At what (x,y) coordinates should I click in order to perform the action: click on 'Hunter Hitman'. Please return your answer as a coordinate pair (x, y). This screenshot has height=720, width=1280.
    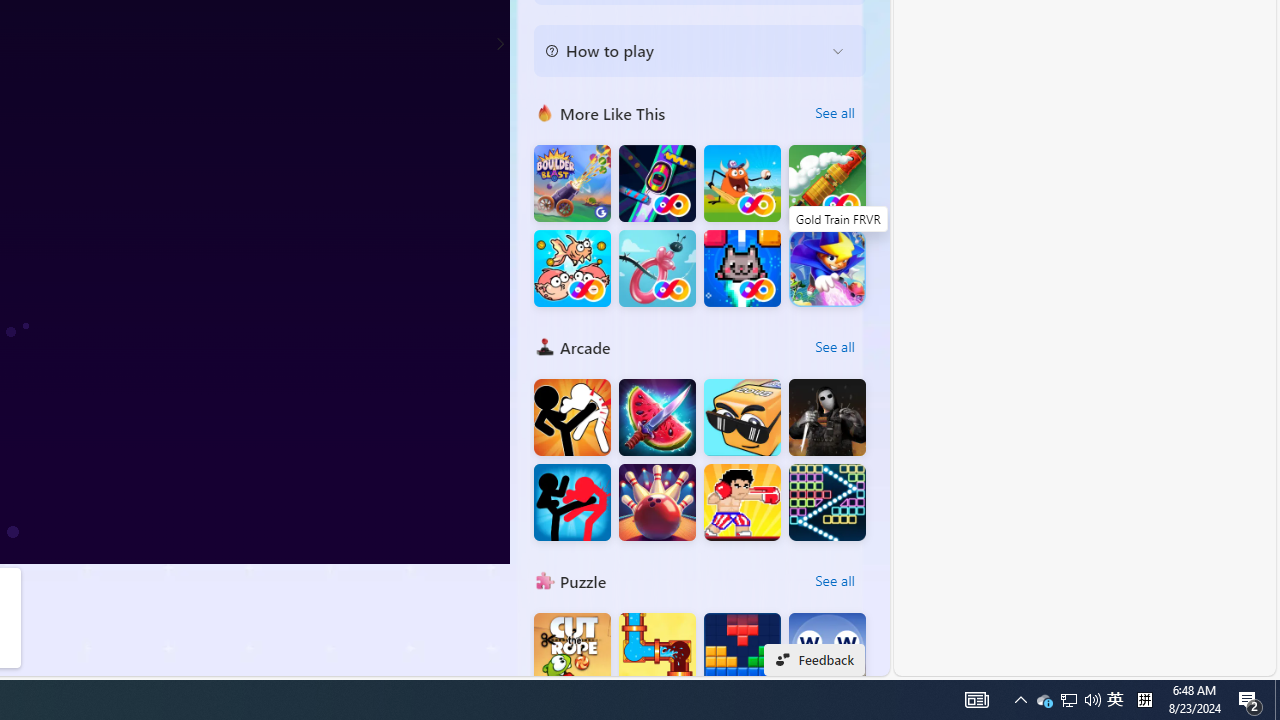
    Looking at the image, I should click on (827, 416).